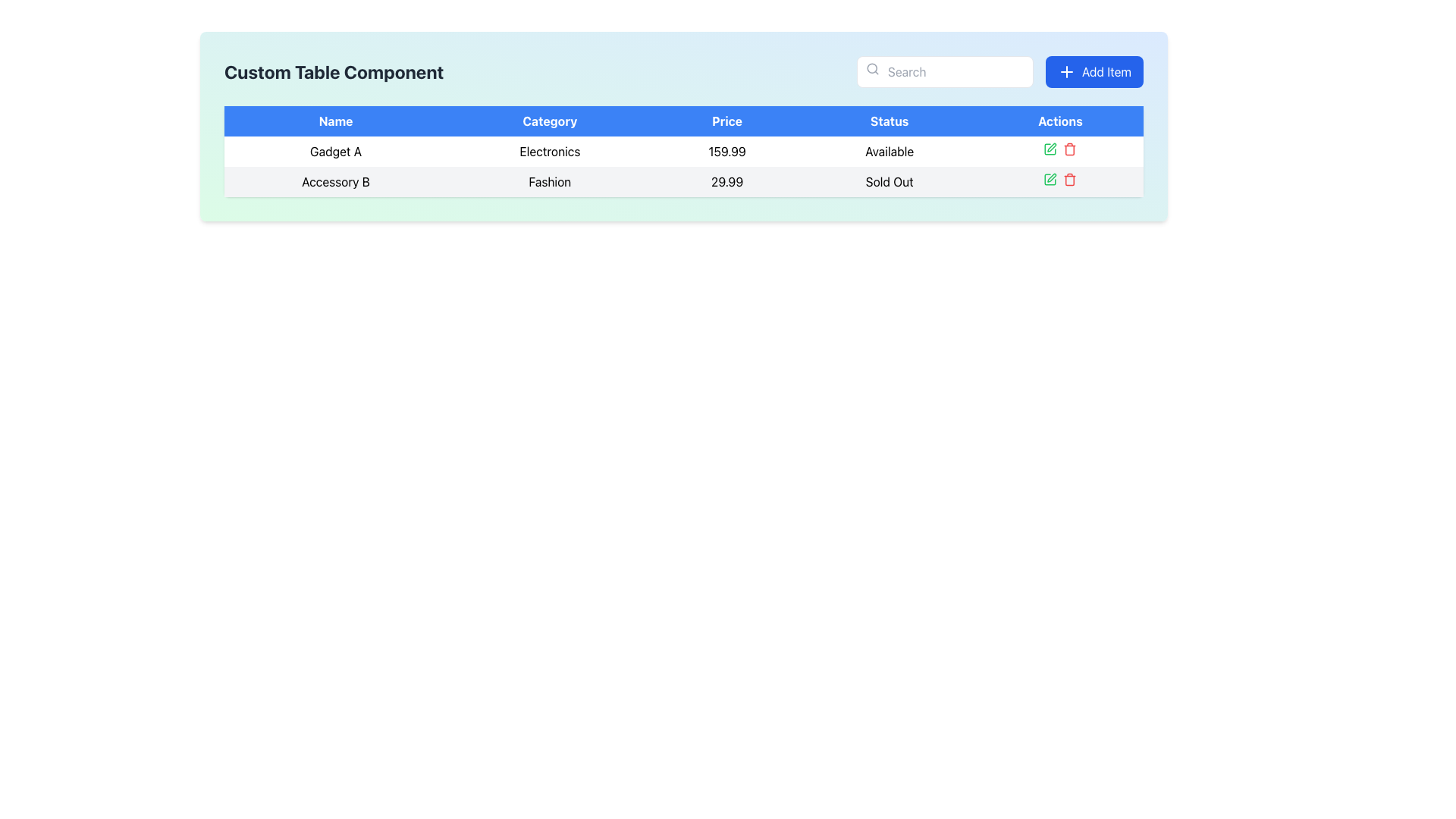 The height and width of the screenshot is (819, 1456). Describe the element at coordinates (726, 120) in the screenshot. I see `the table header cell labeled 'Price', which is the third column header in the table with a blue background and white text` at that location.